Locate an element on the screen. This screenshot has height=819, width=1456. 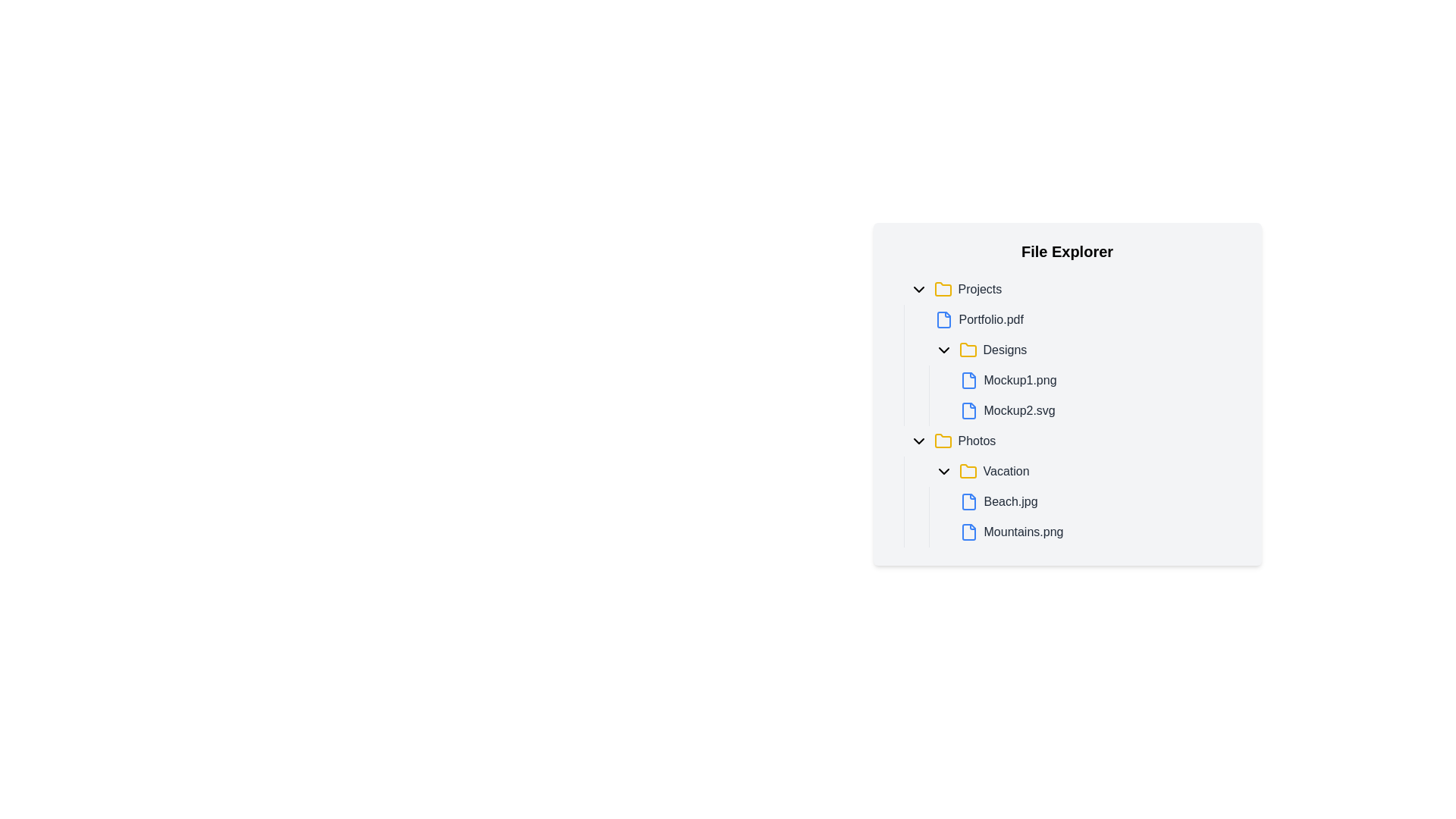
the file icon located in the 'Designs' folder section under the 'Projects' directory in the File Explorer interface, which is the second item from the top is located at coordinates (968, 379).